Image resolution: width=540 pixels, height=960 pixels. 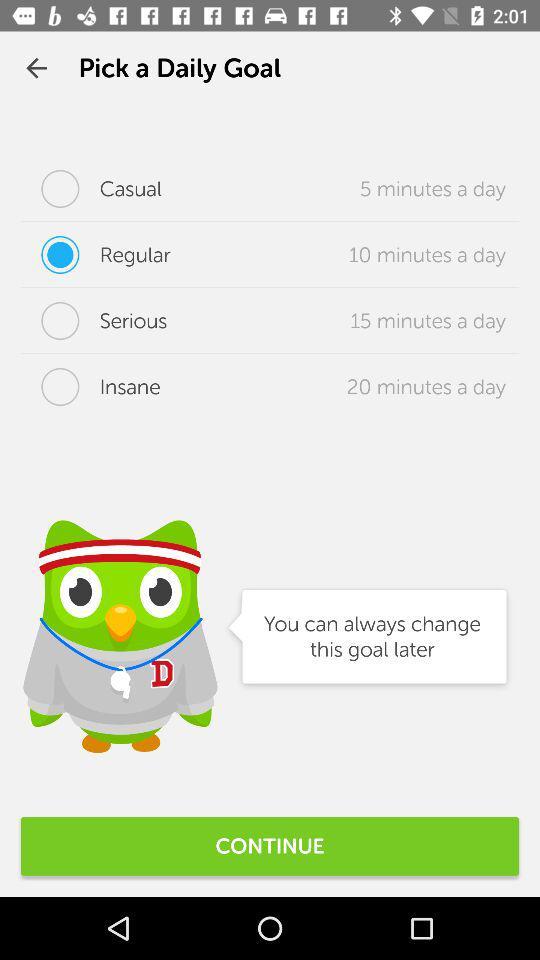 What do you see at coordinates (90, 189) in the screenshot?
I see `the item next to 5 minutes a item` at bounding box center [90, 189].